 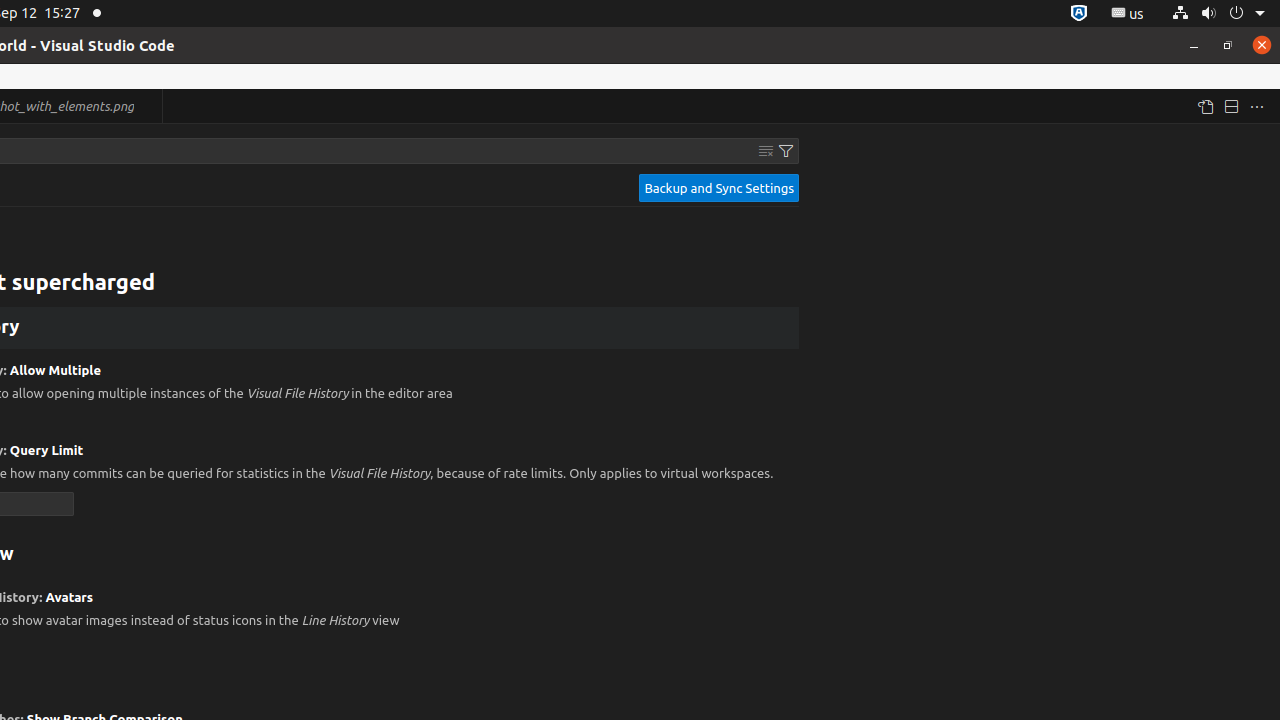 I want to click on 'Clear Settings Search Input', so click(x=764, y=149).